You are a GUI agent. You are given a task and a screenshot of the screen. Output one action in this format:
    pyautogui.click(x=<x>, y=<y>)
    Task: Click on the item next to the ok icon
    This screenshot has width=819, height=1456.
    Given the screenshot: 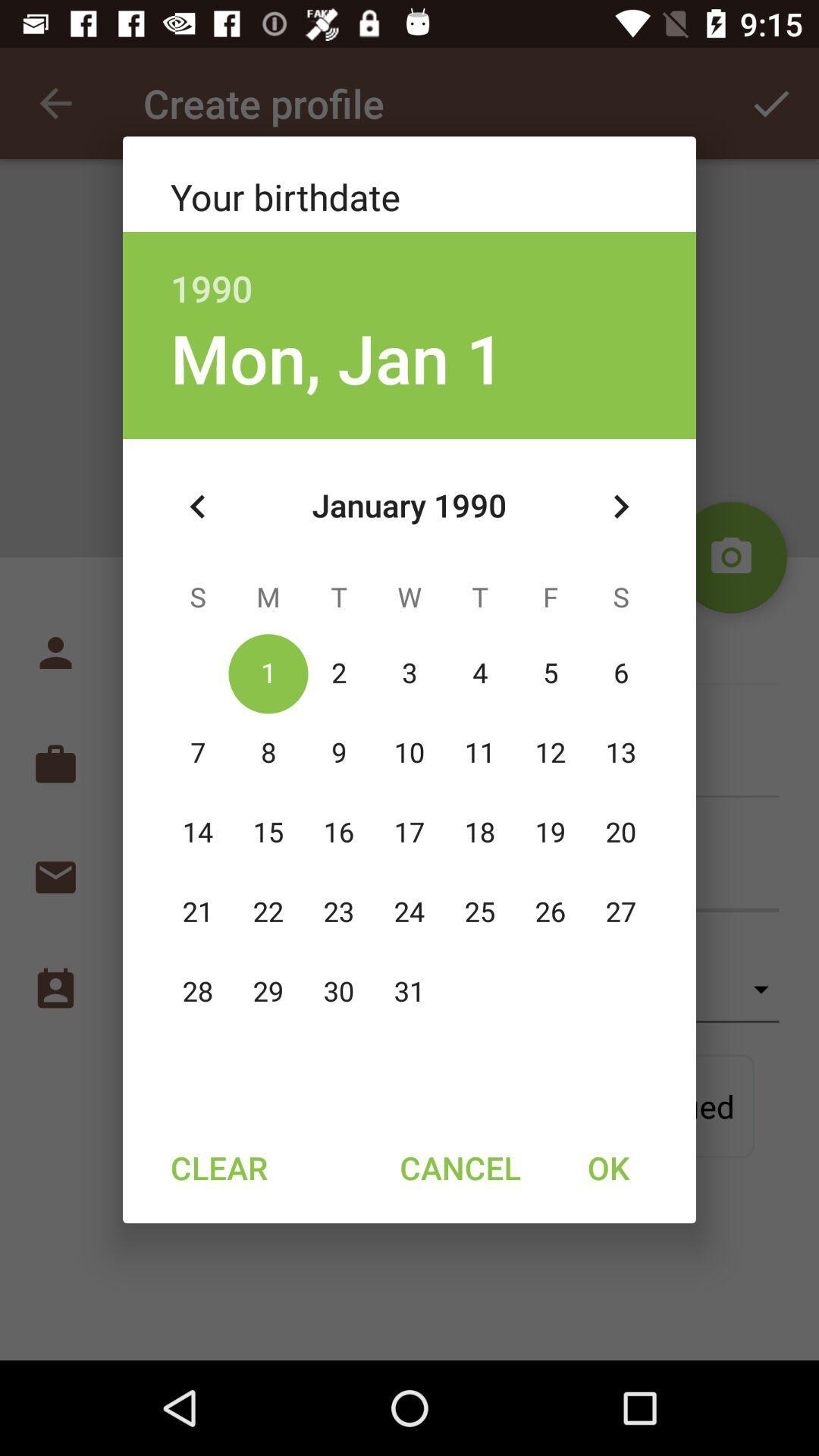 What is the action you would take?
    pyautogui.click(x=460, y=1166)
    